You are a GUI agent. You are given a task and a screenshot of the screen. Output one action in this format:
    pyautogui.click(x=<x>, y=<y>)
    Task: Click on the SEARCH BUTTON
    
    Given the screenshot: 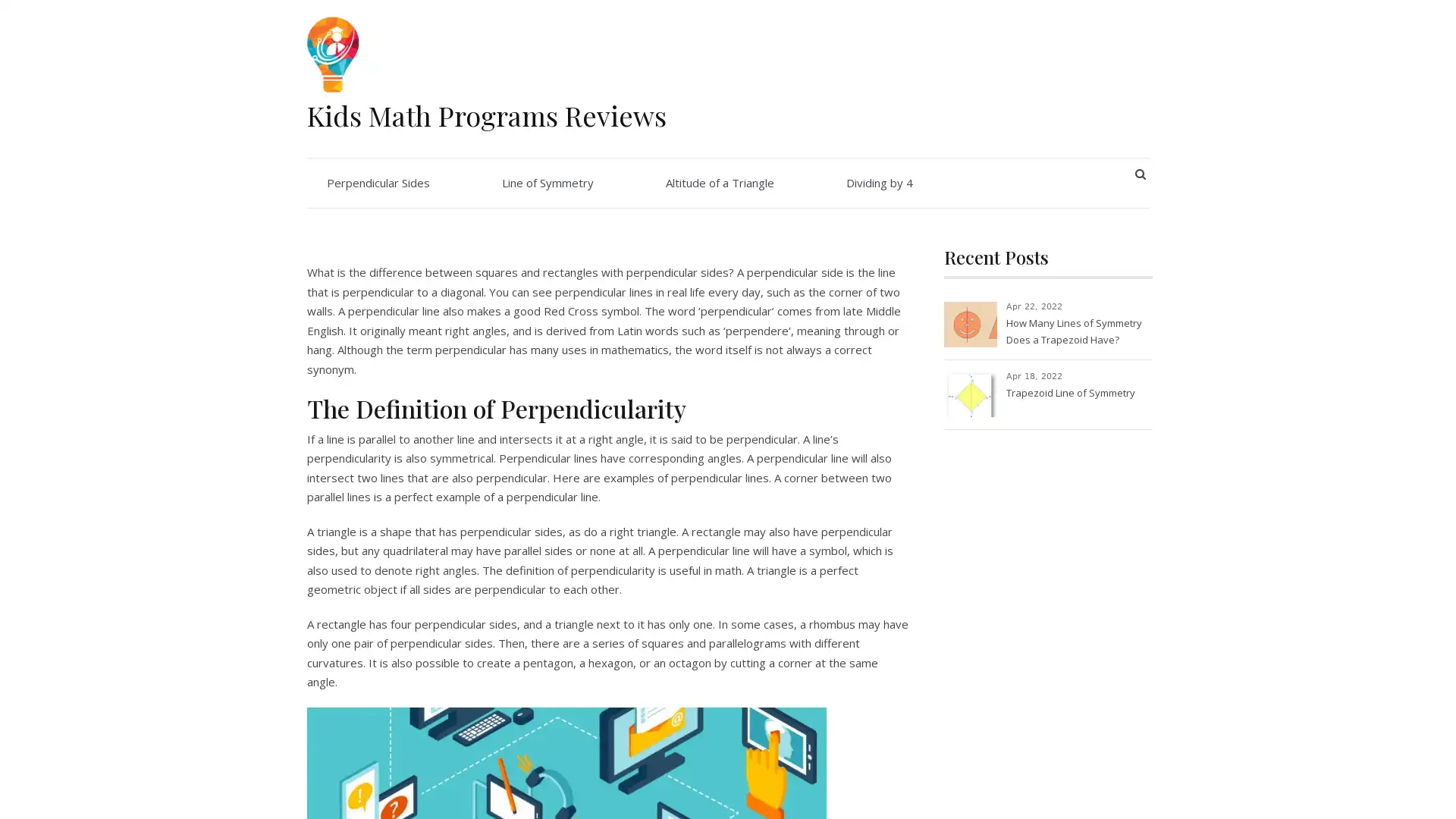 What is the action you would take?
    pyautogui.click(x=1141, y=172)
    